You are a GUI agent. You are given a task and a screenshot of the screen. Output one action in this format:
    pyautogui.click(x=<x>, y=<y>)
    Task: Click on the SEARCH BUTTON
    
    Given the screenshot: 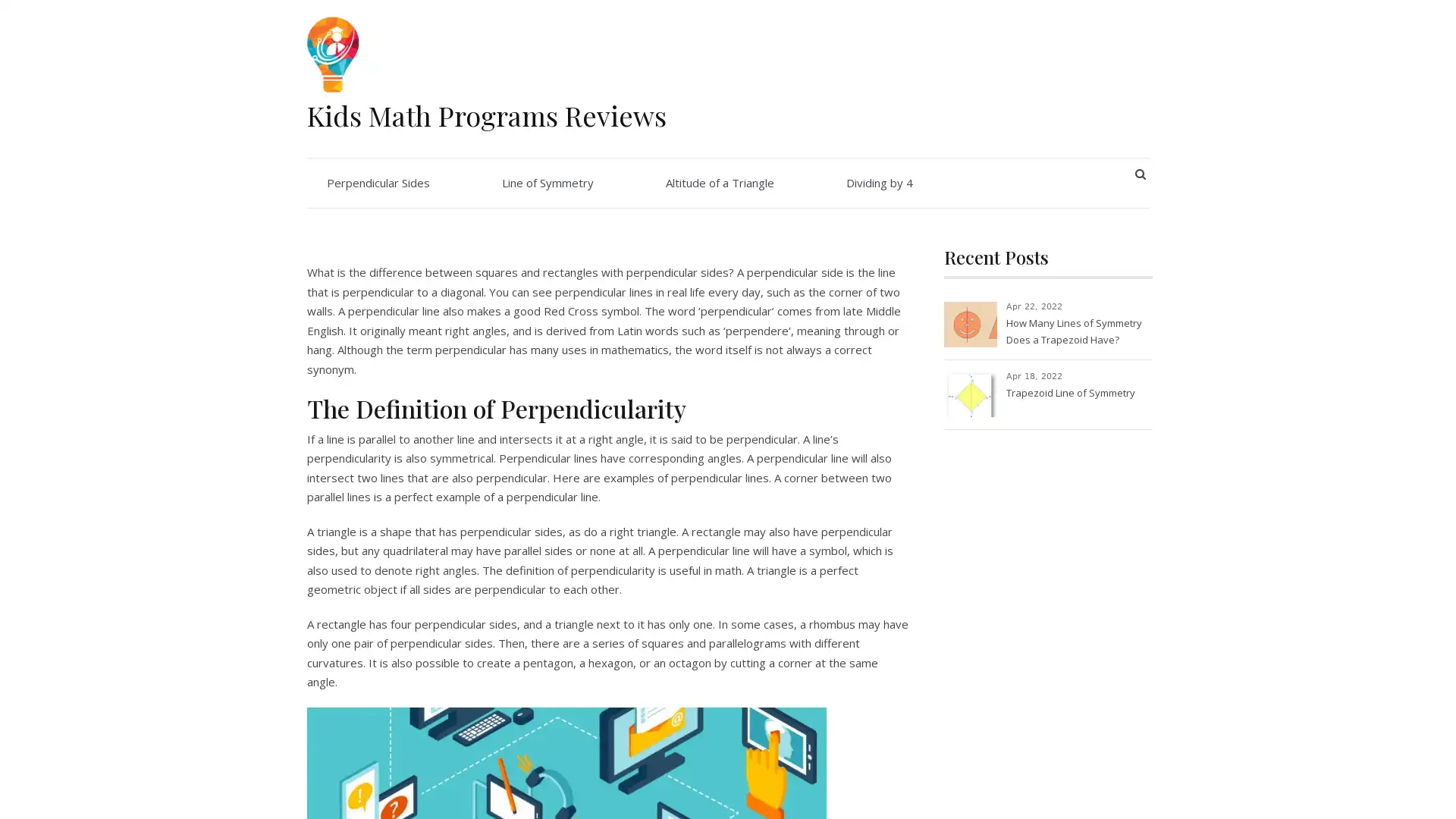 What is the action you would take?
    pyautogui.click(x=1141, y=172)
    